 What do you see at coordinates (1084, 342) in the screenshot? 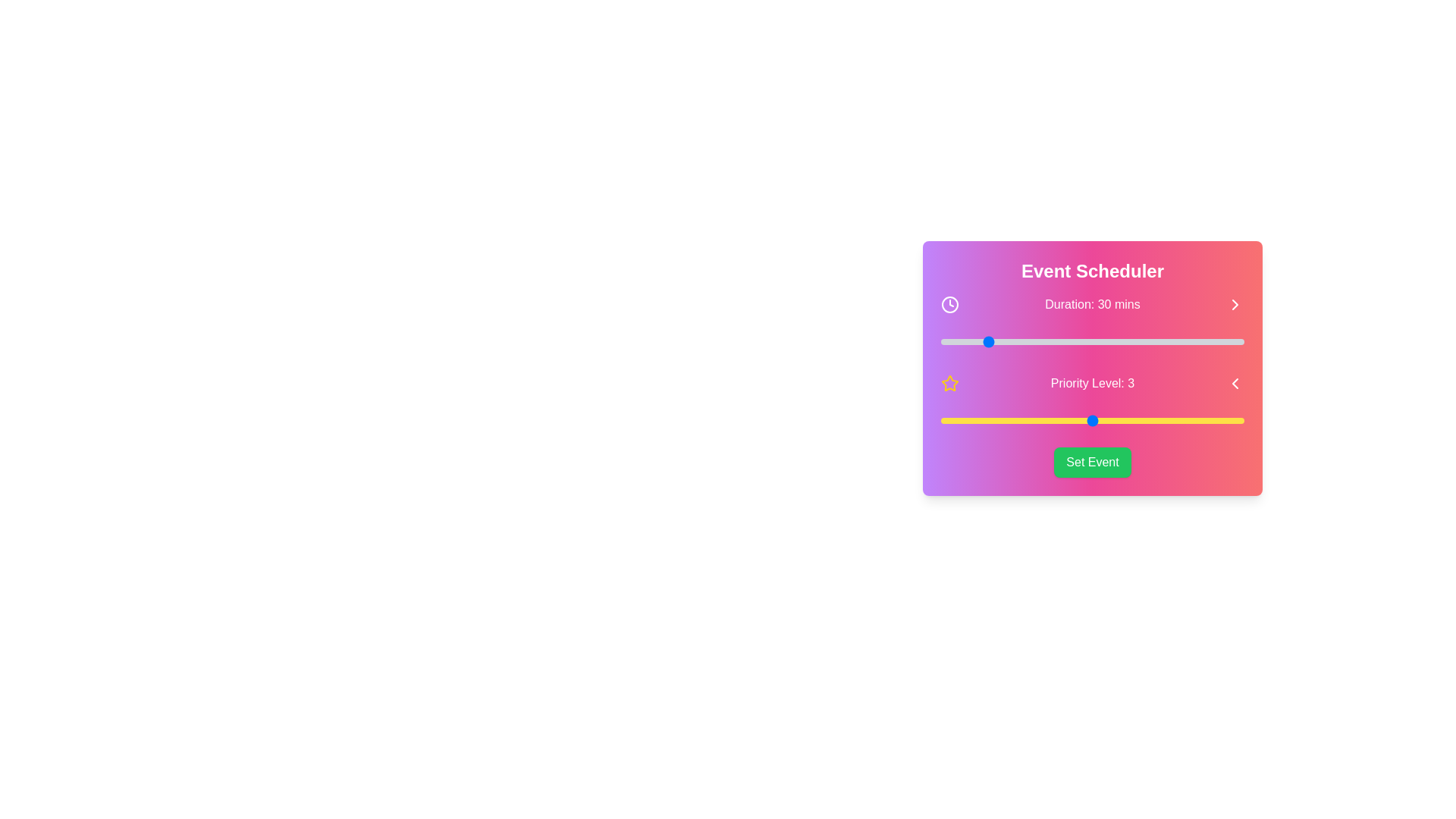
I see `the slider` at bounding box center [1084, 342].